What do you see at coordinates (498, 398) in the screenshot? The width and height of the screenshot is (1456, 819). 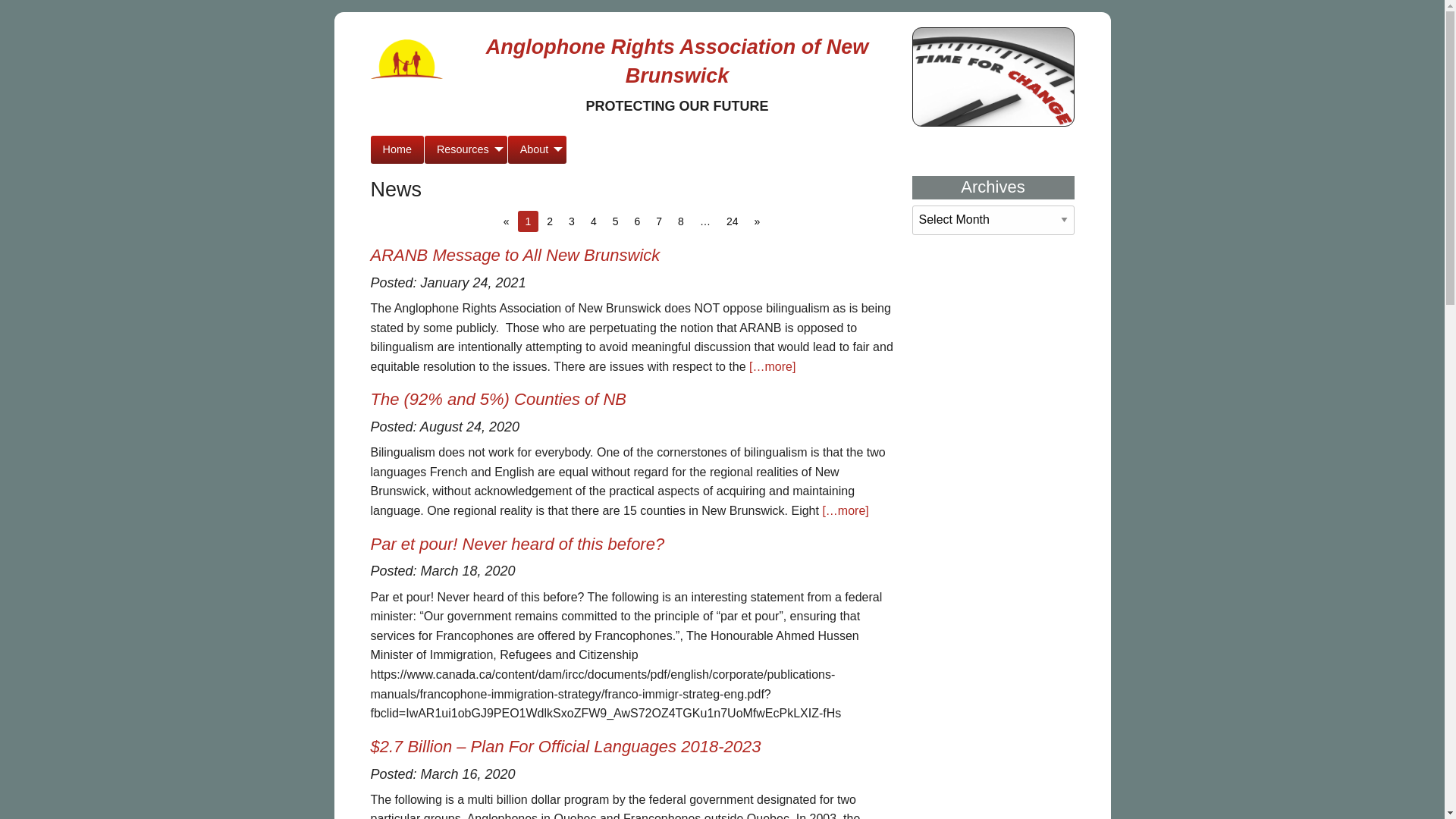 I see `'The (92% and 5%) Counties of NB'` at bounding box center [498, 398].